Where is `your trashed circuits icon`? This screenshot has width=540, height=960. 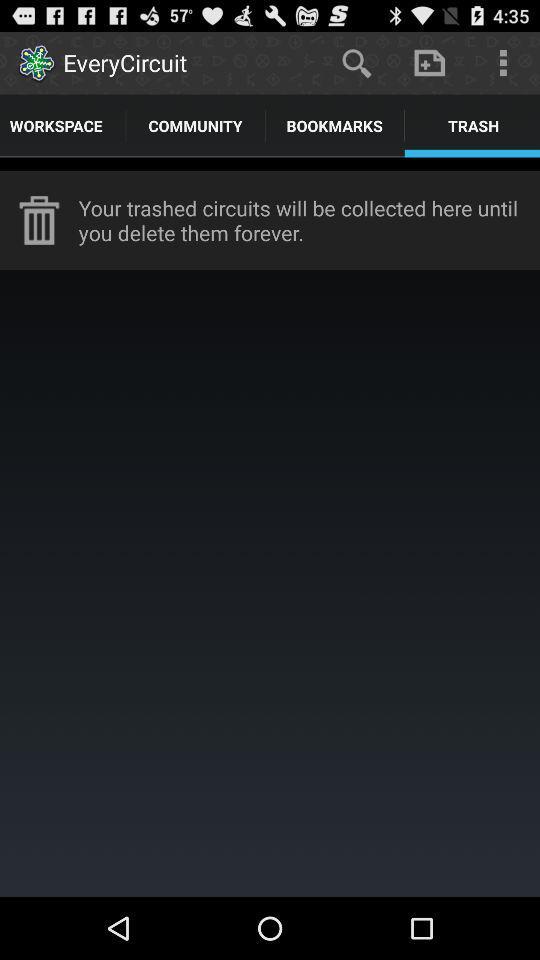
your trashed circuits icon is located at coordinates (309, 220).